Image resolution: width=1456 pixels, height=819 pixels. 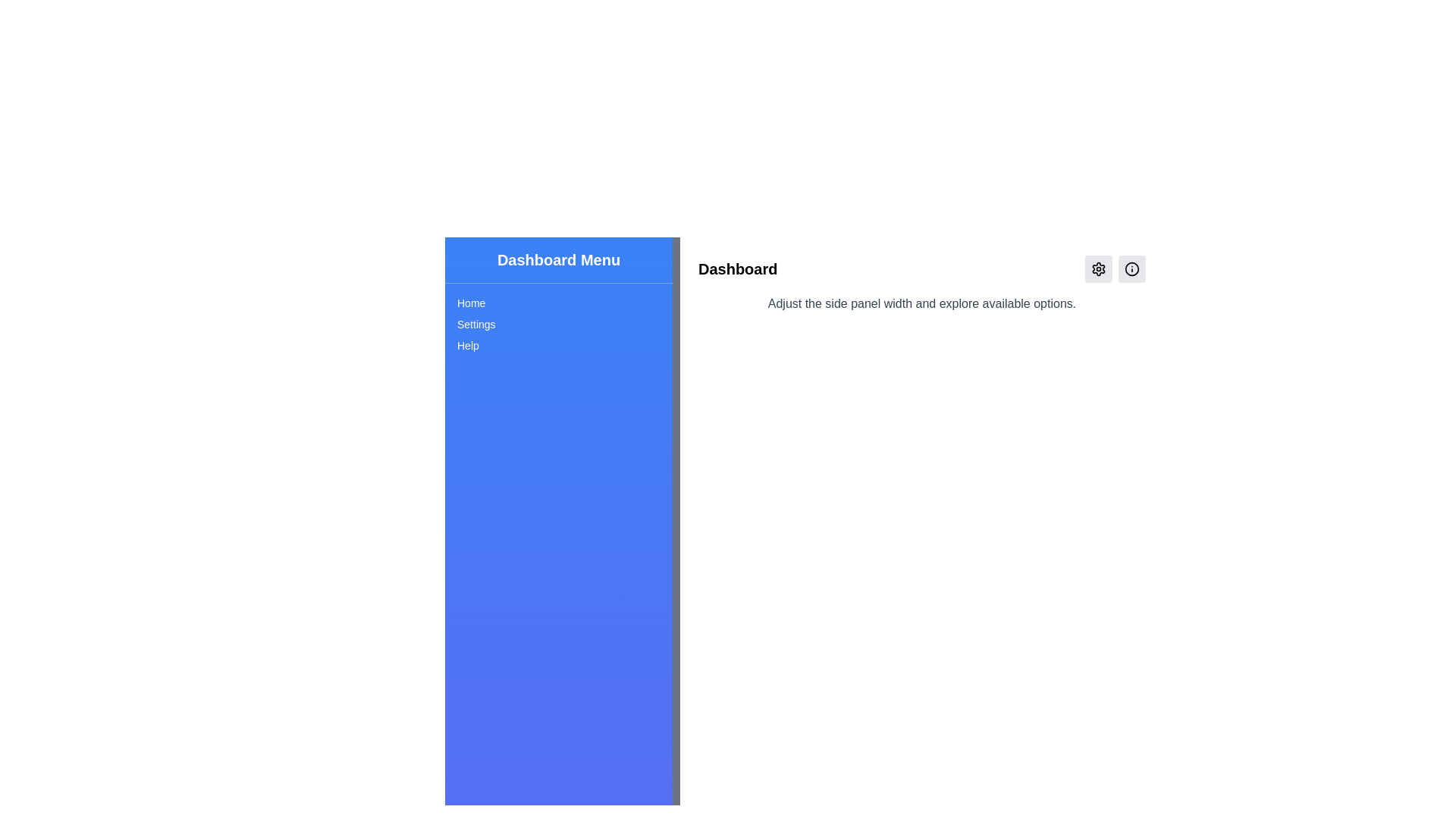 I want to click on the gear-like icon in the top-right area of the interface, so click(x=1099, y=268).